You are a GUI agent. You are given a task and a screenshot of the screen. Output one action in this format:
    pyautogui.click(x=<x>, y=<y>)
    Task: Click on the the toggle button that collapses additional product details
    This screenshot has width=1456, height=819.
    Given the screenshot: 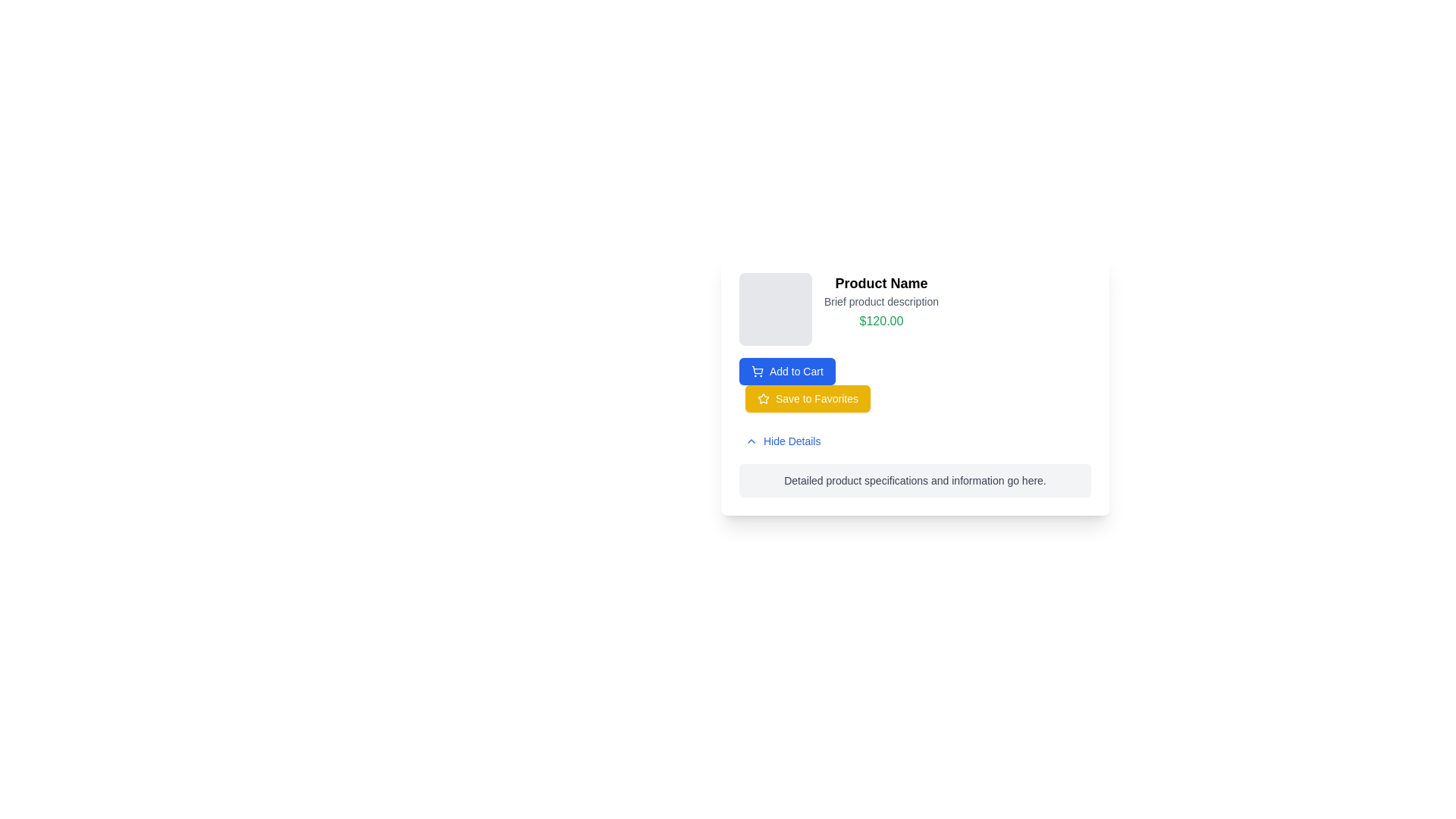 What is the action you would take?
    pyautogui.click(x=783, y=441)
    